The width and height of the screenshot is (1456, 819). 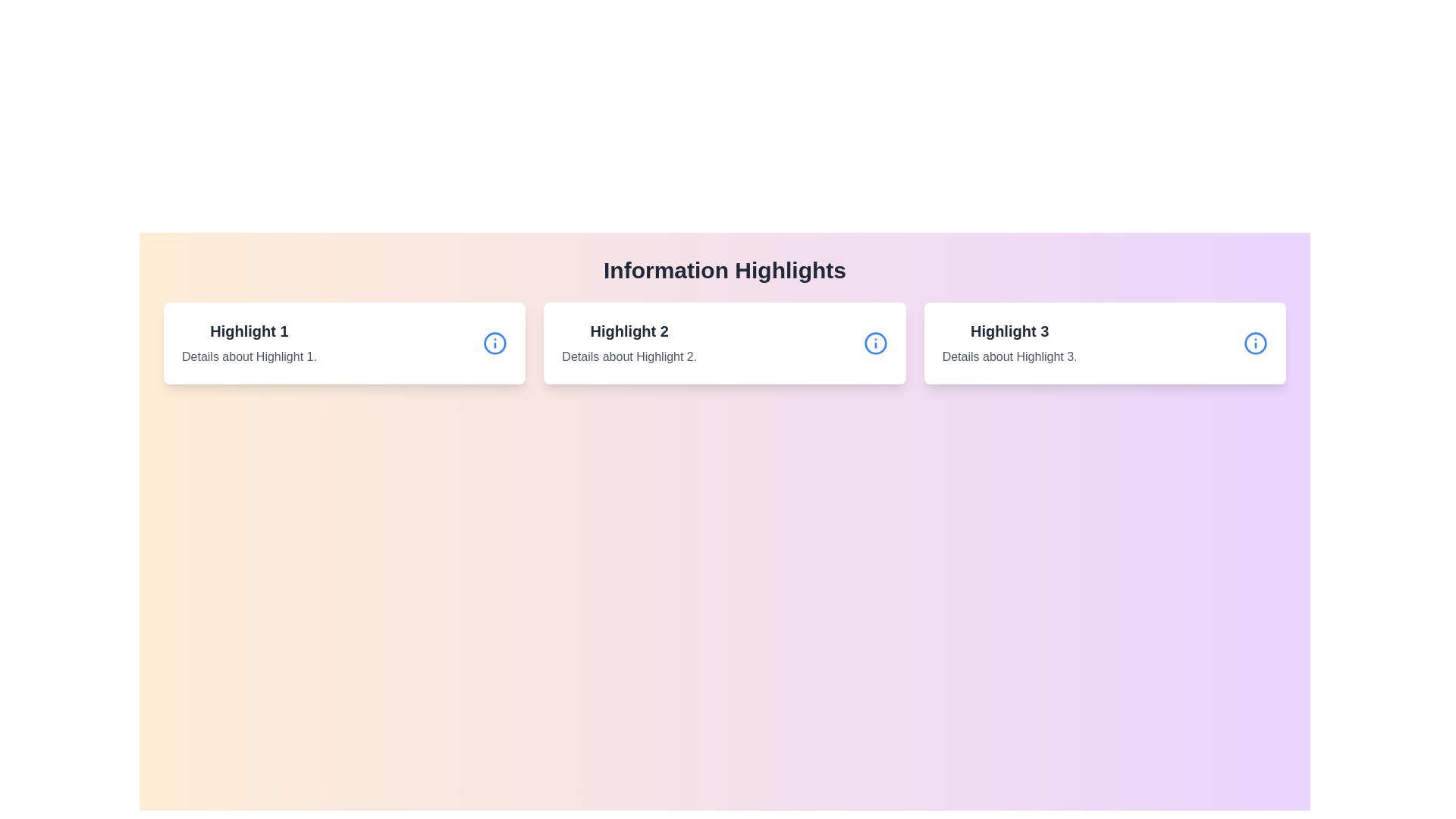 What do you see at coordinates (249, 330) in the screenshot?
I see `the Text Label located at the top of the leftmost card, which serves as the title for the card and is positioned above the descriptive text 'Details about Highlight 1.'` at bounding box center [249, 330].